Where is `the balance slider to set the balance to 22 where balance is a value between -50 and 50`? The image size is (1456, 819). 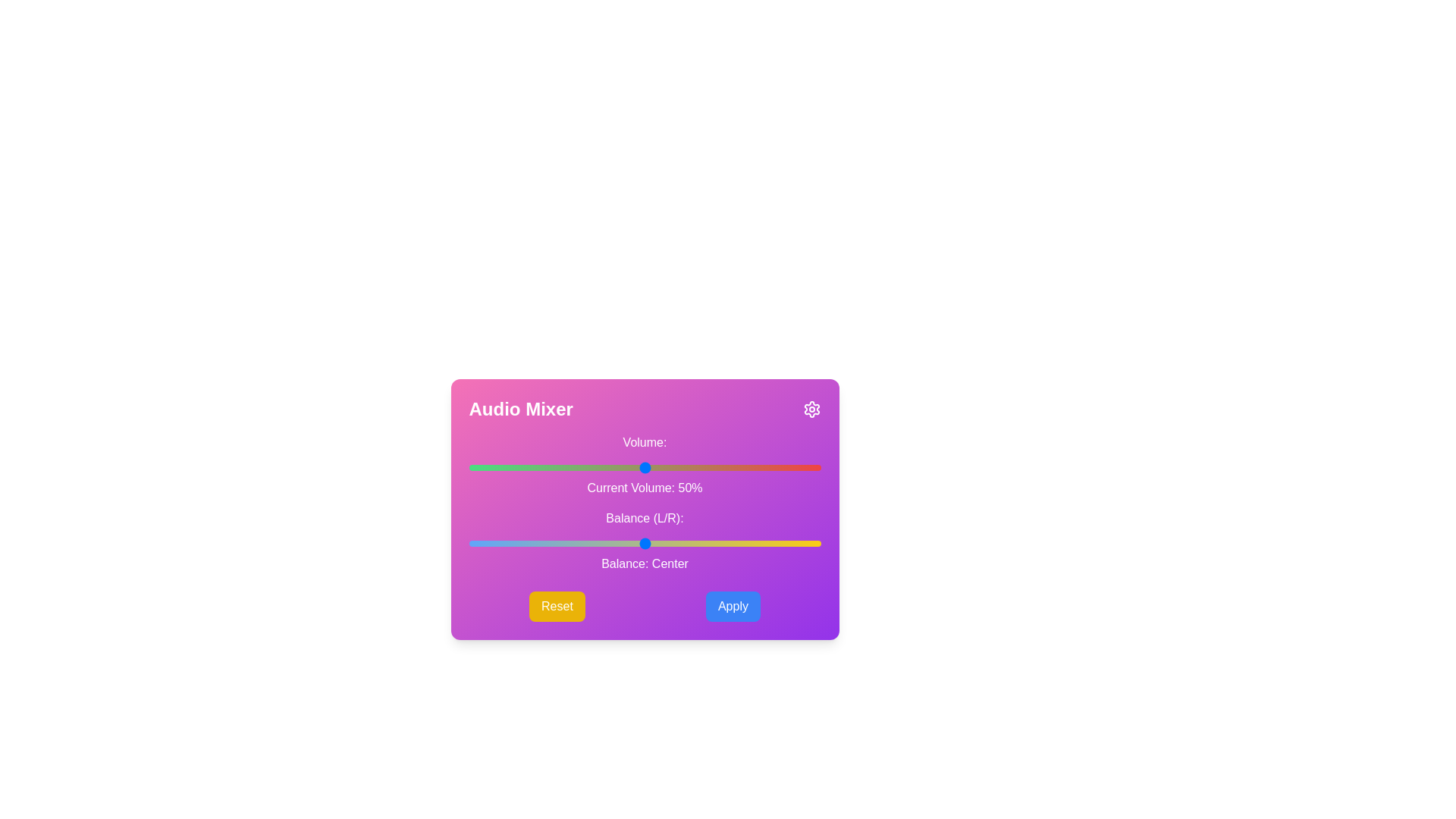 the balance slider to set the balance to 22 where balance is a value between -50 and 50 is located at coordinates (721, 543).